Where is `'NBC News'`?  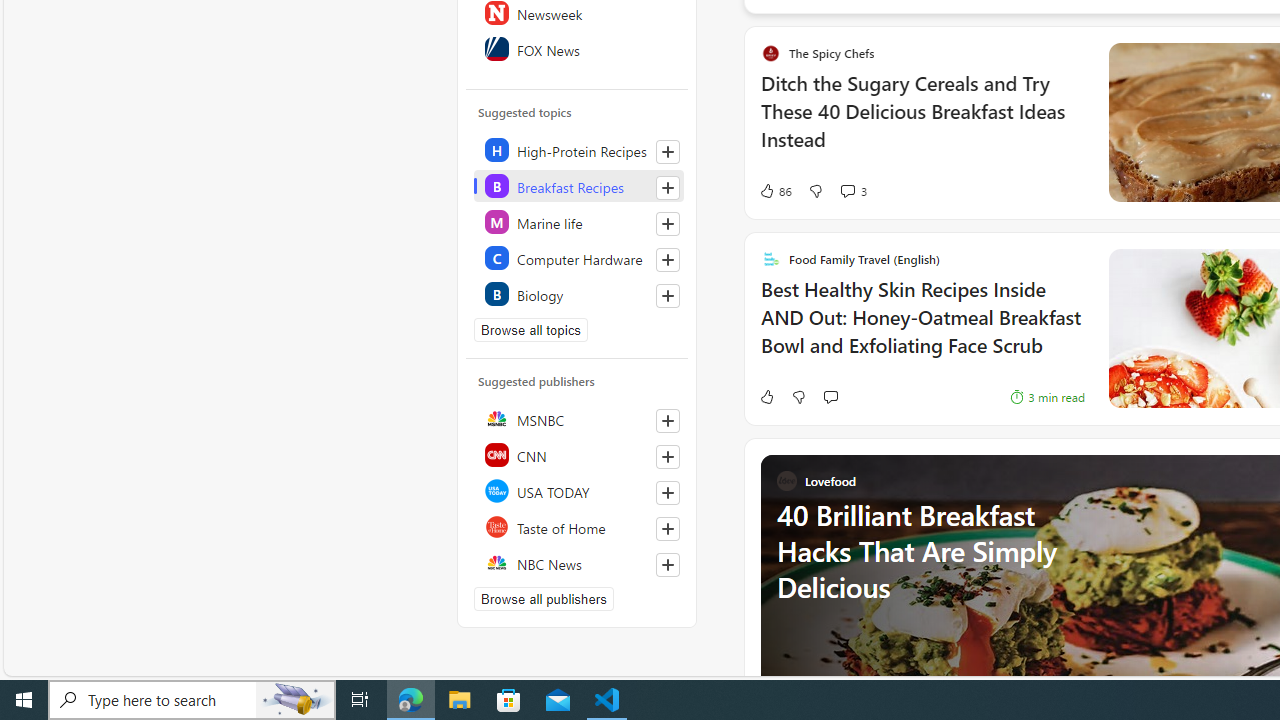 'NBC News' is located at coordinates (577, 563).